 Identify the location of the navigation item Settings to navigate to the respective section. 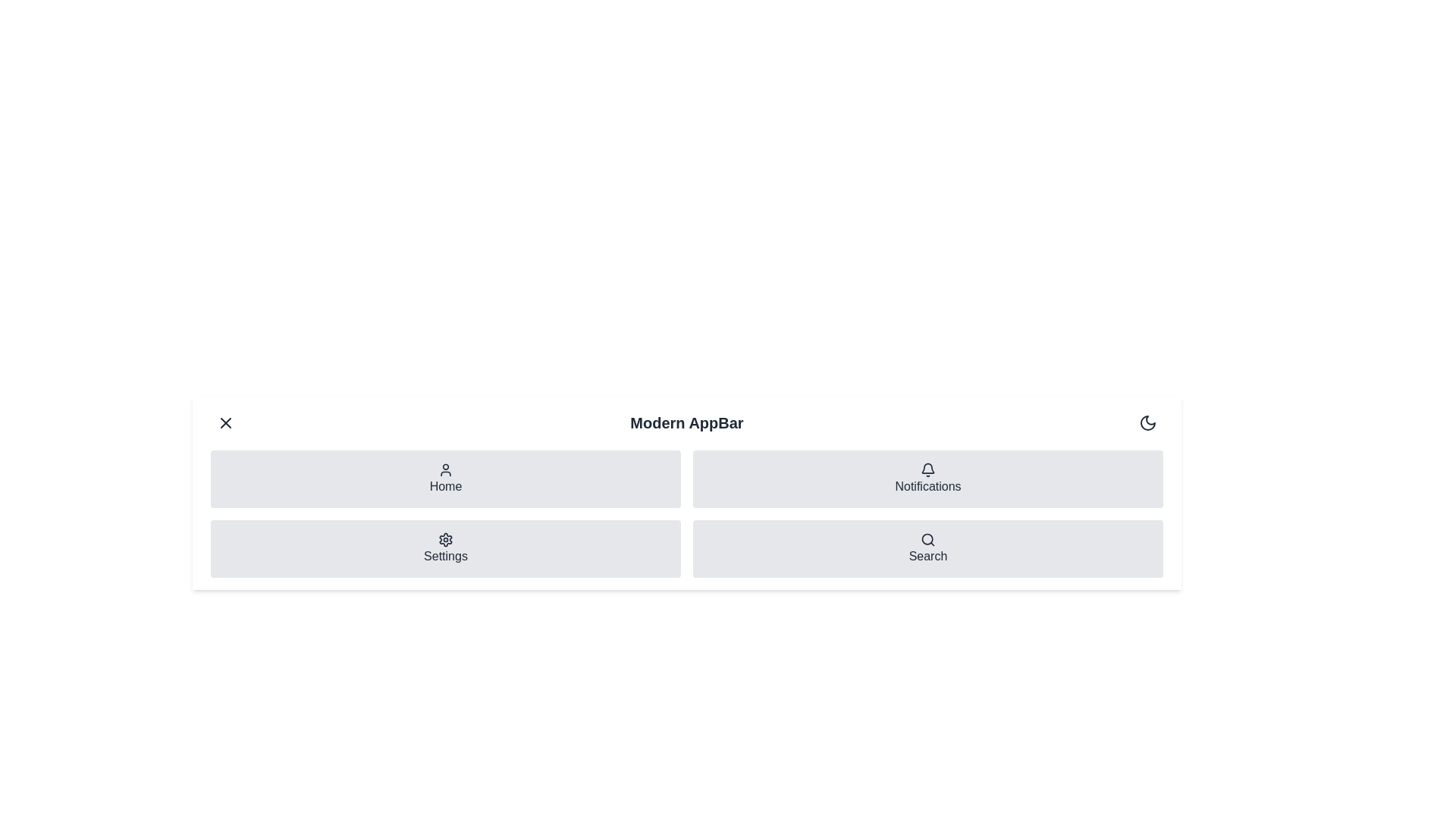
(445, 549).